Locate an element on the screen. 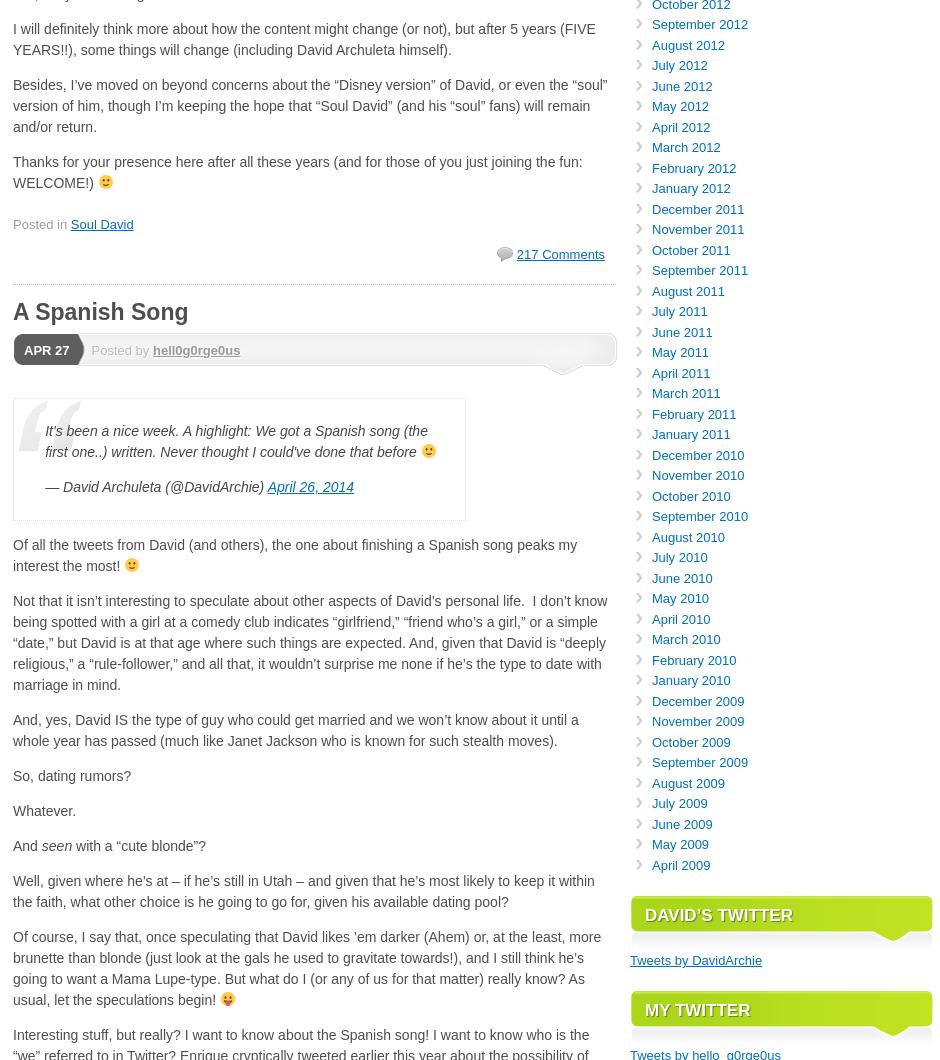 This screenshot has width=940, height=1060. 'So, dating rumors?' is located at coordinates (12, 773).